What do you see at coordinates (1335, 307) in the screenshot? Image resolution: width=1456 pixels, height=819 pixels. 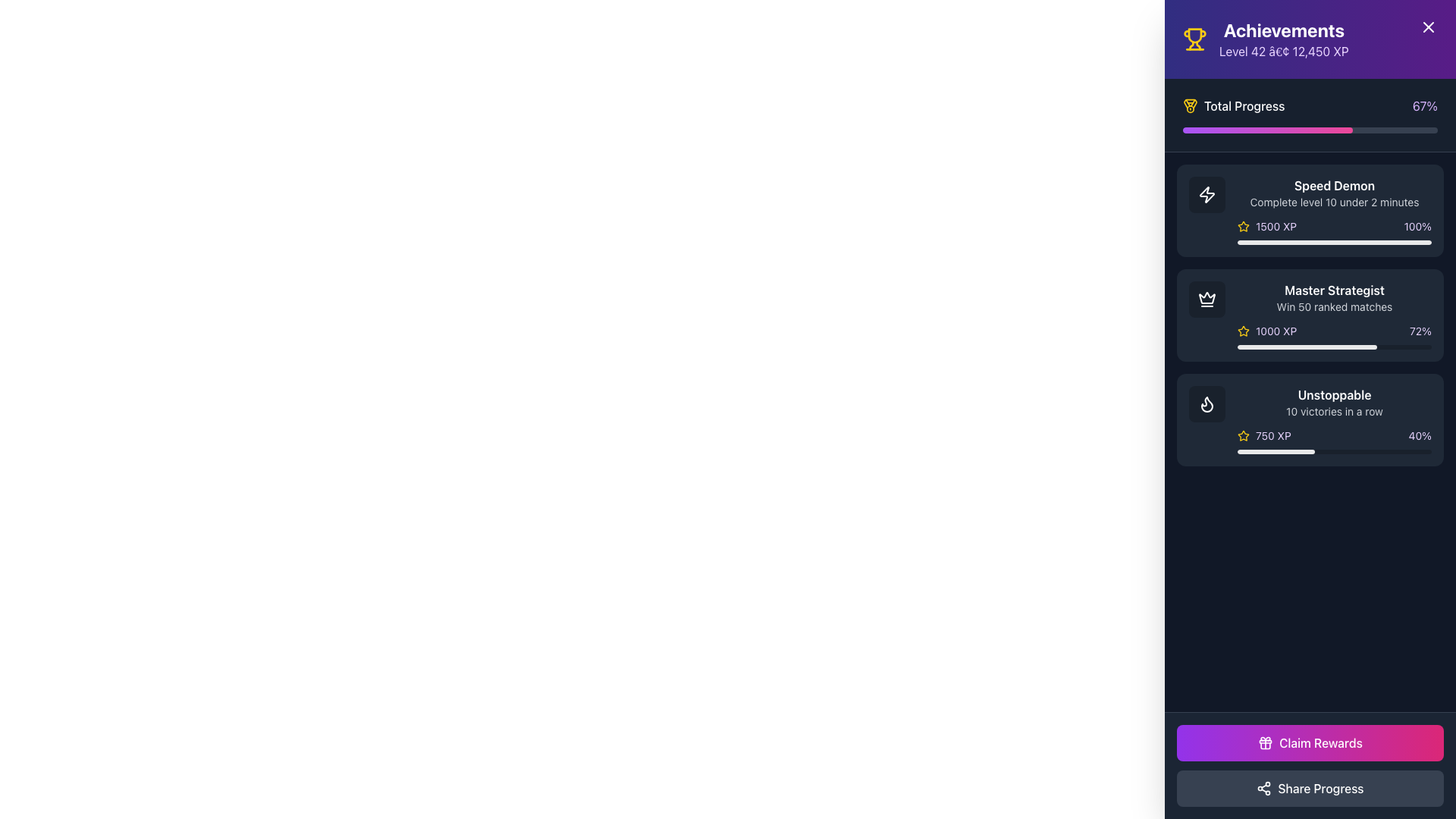 I see `the text label displaying 'Win 50 ranked matches', which is a light gray small font description under the 'Master Strategist' achievement in the sidebar` at bounding box center [1335, 307].